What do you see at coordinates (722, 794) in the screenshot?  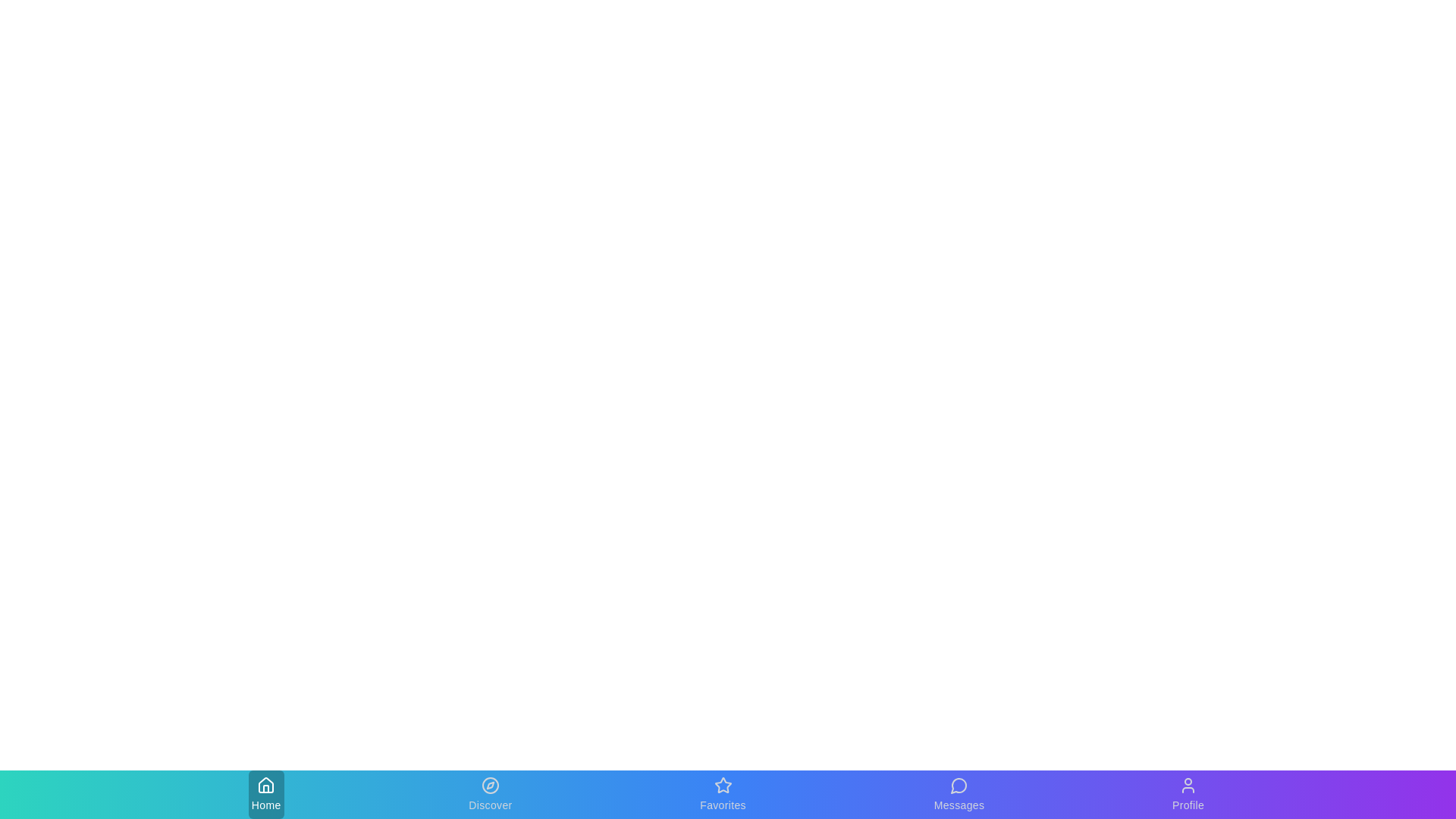 I see `the tab named Favorites` at bounding box center [722, 794].